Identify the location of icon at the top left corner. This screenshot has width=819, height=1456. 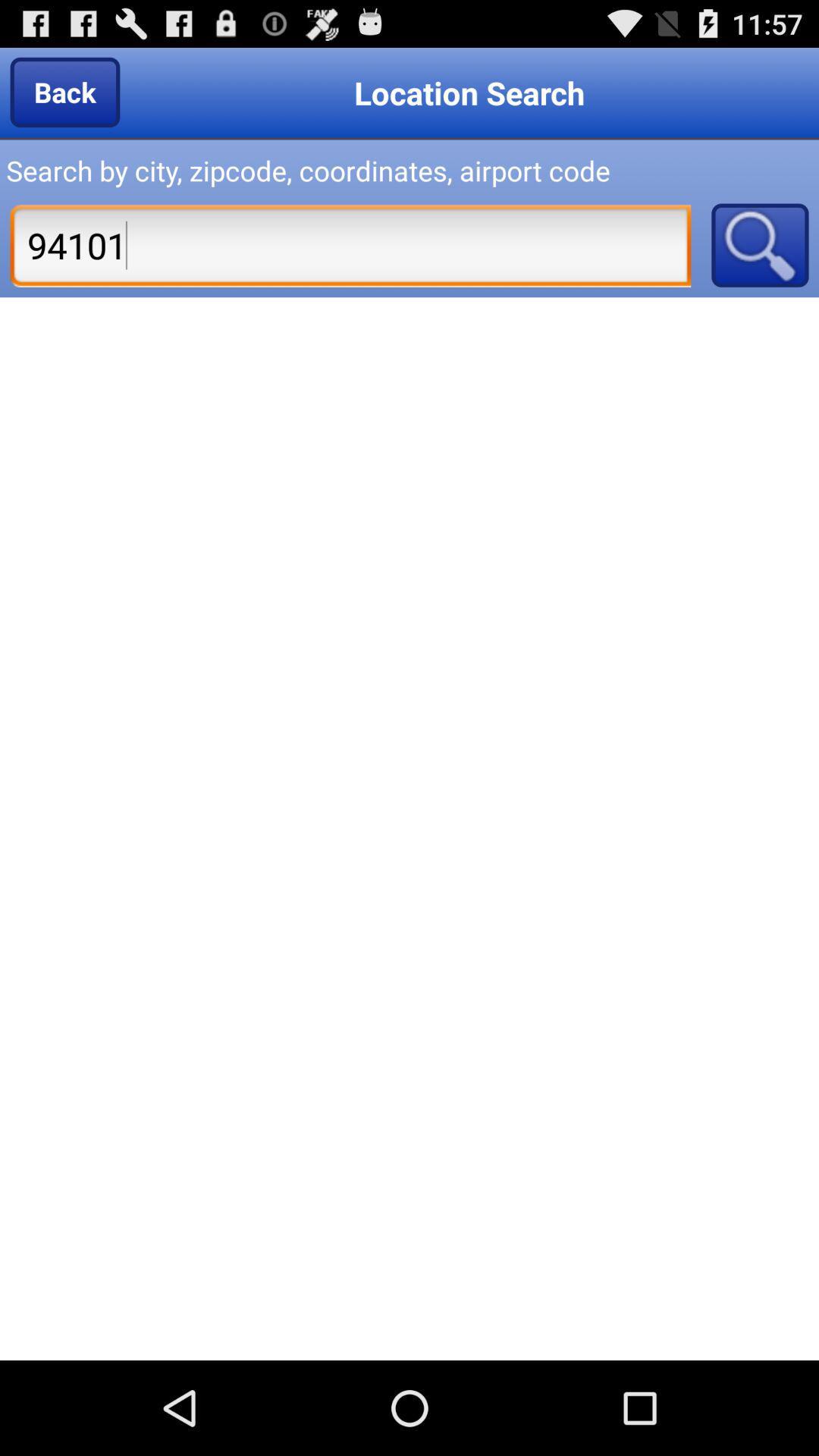
(64, 91).